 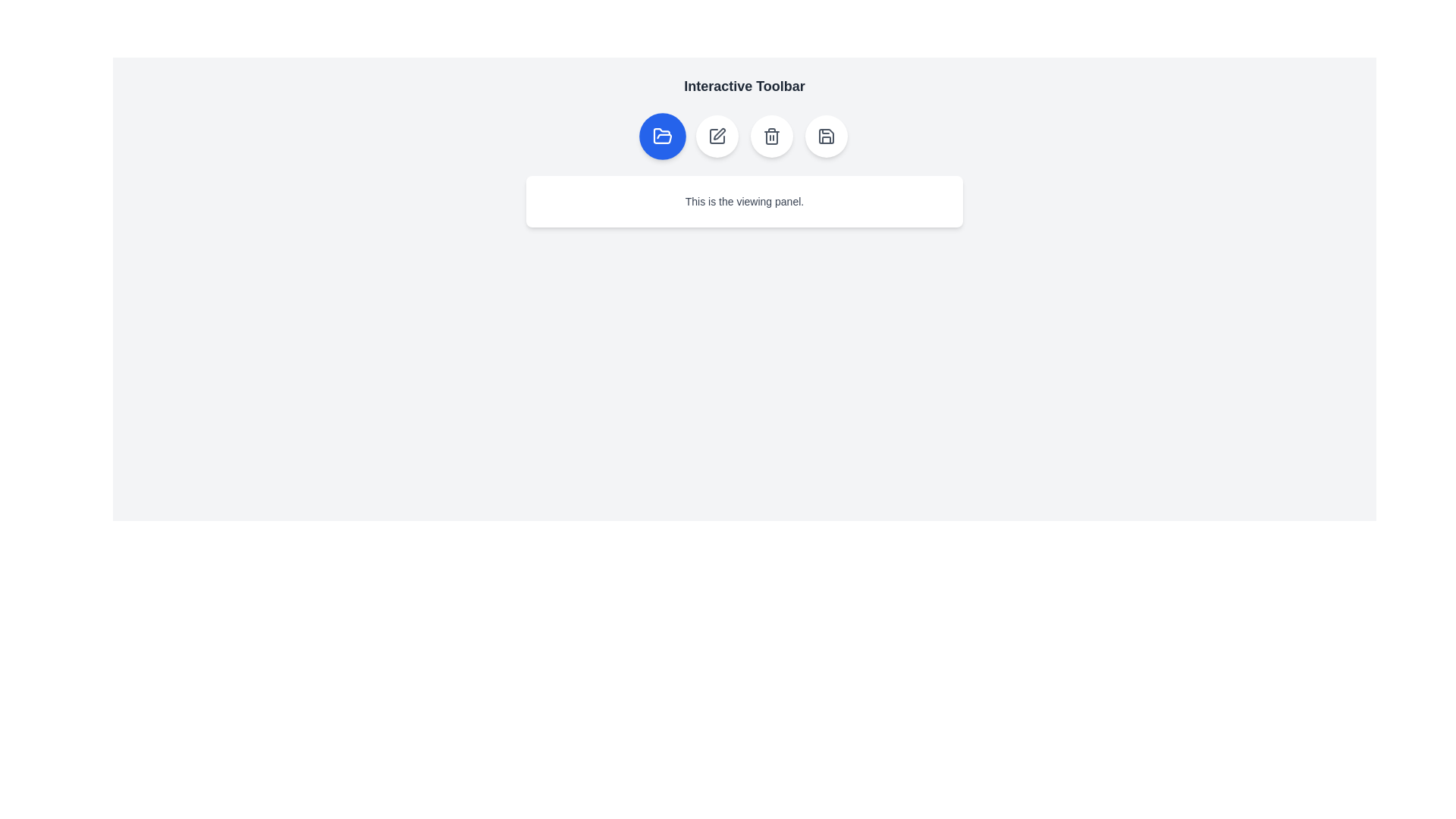 What do you see at coordinates (771, 136) in the screenshot?
I see `the trash can icon, which is the third icon from the left in the top toolbar` at bounding box center [771, 136].